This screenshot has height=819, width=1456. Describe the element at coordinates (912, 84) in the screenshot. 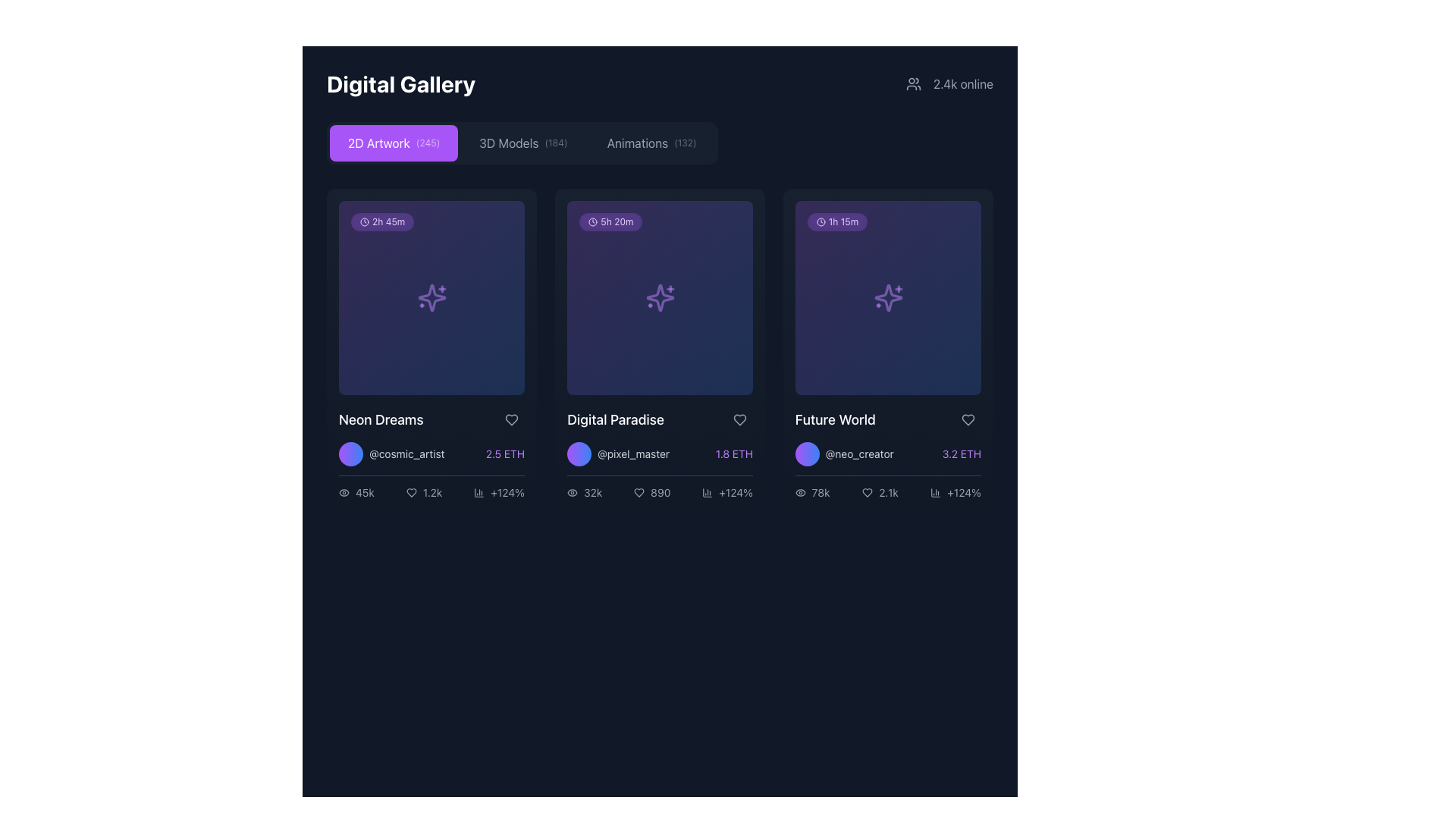

I see `the user online icon located in the top-right corner of the interface, adjacent to the text '2.4k online'` at that location.